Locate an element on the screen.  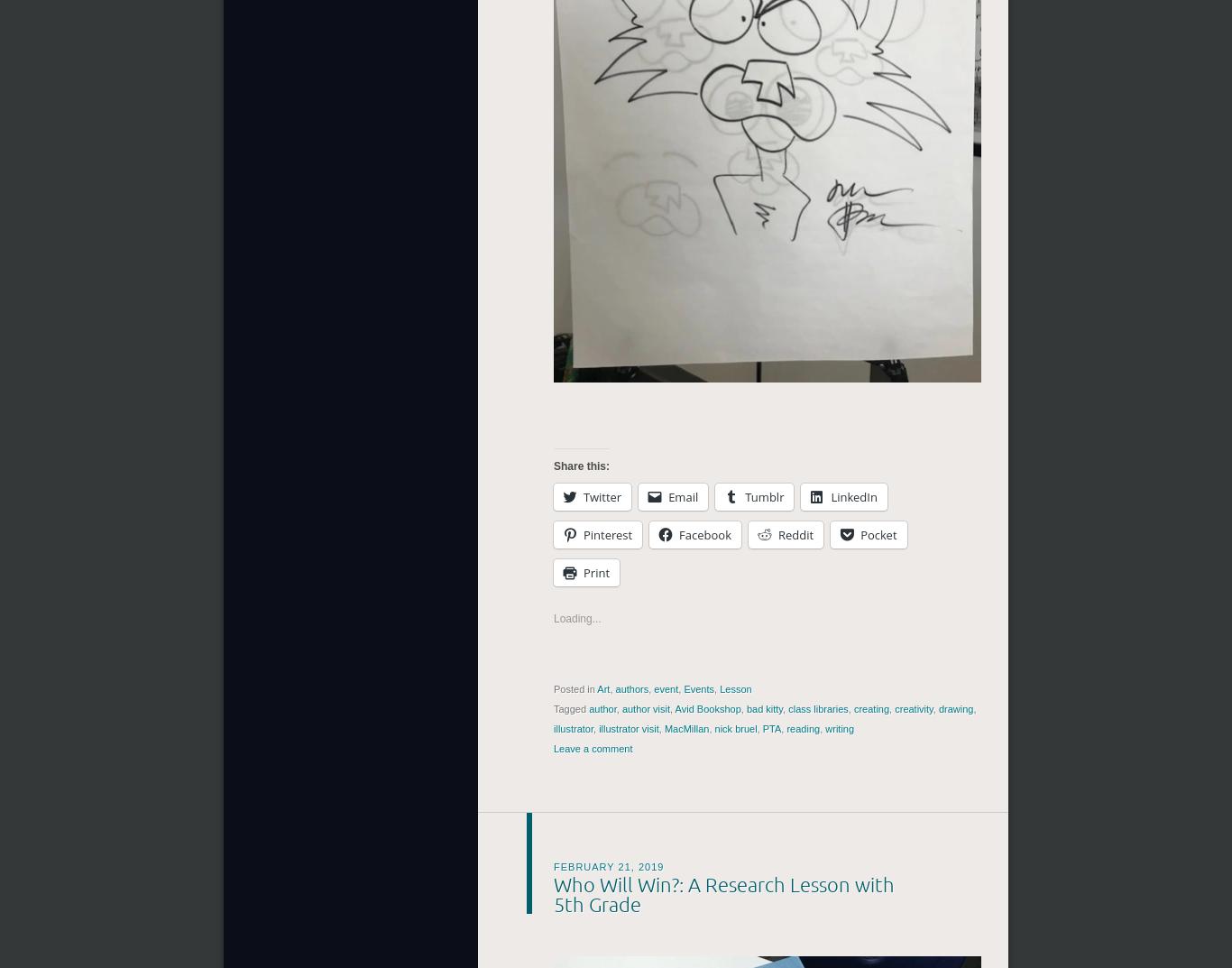
'Posted in' is located at coordinates (575, 687).